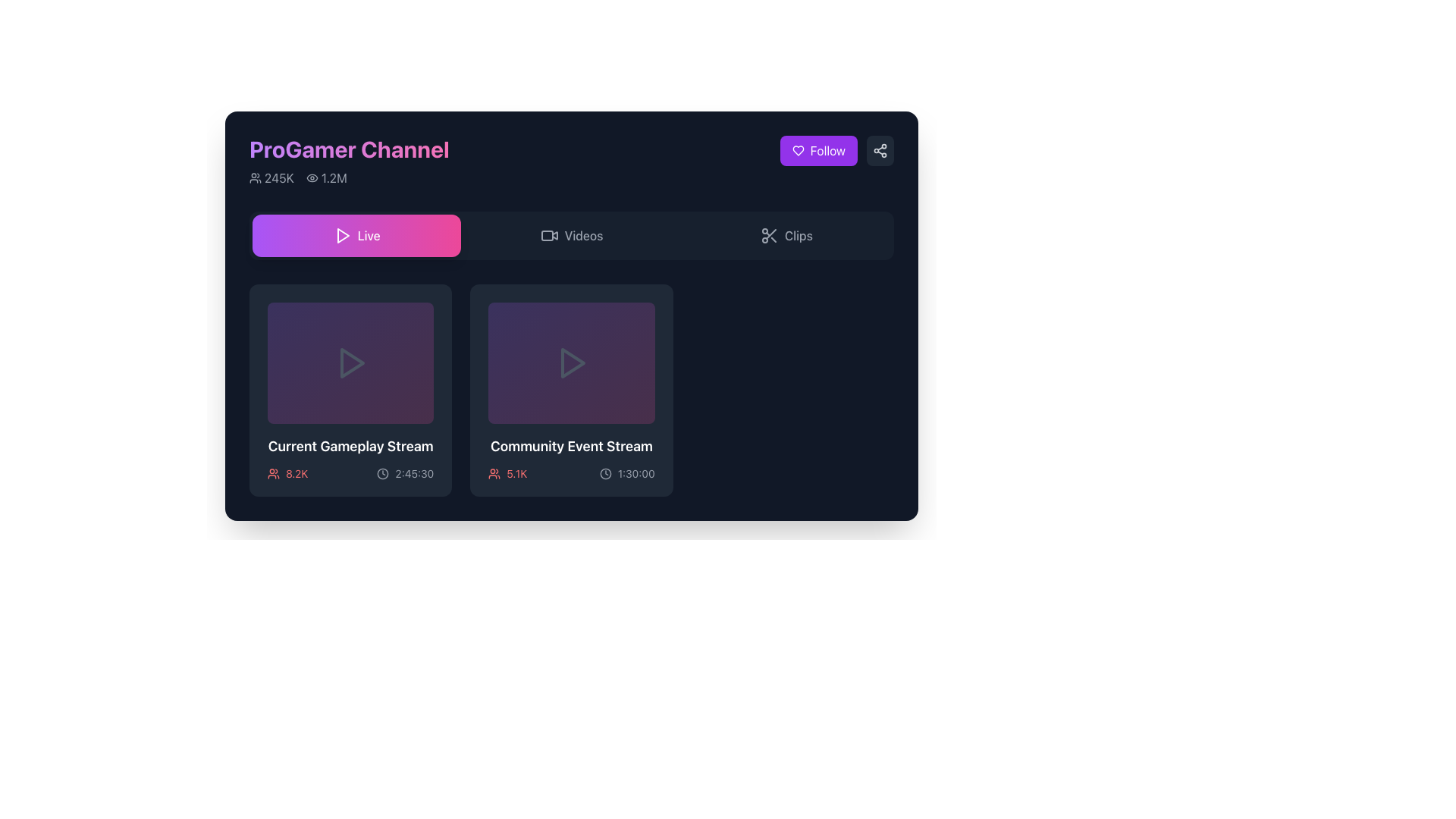 The height and width of the screenshot is (819, 1456). Describe the element at coordinates (570, 236) in the screenshot. I see `the video-related content button located in the navigation bar, which is positioned centrally between the 'Live' and 'Clips' buttons` at that location.